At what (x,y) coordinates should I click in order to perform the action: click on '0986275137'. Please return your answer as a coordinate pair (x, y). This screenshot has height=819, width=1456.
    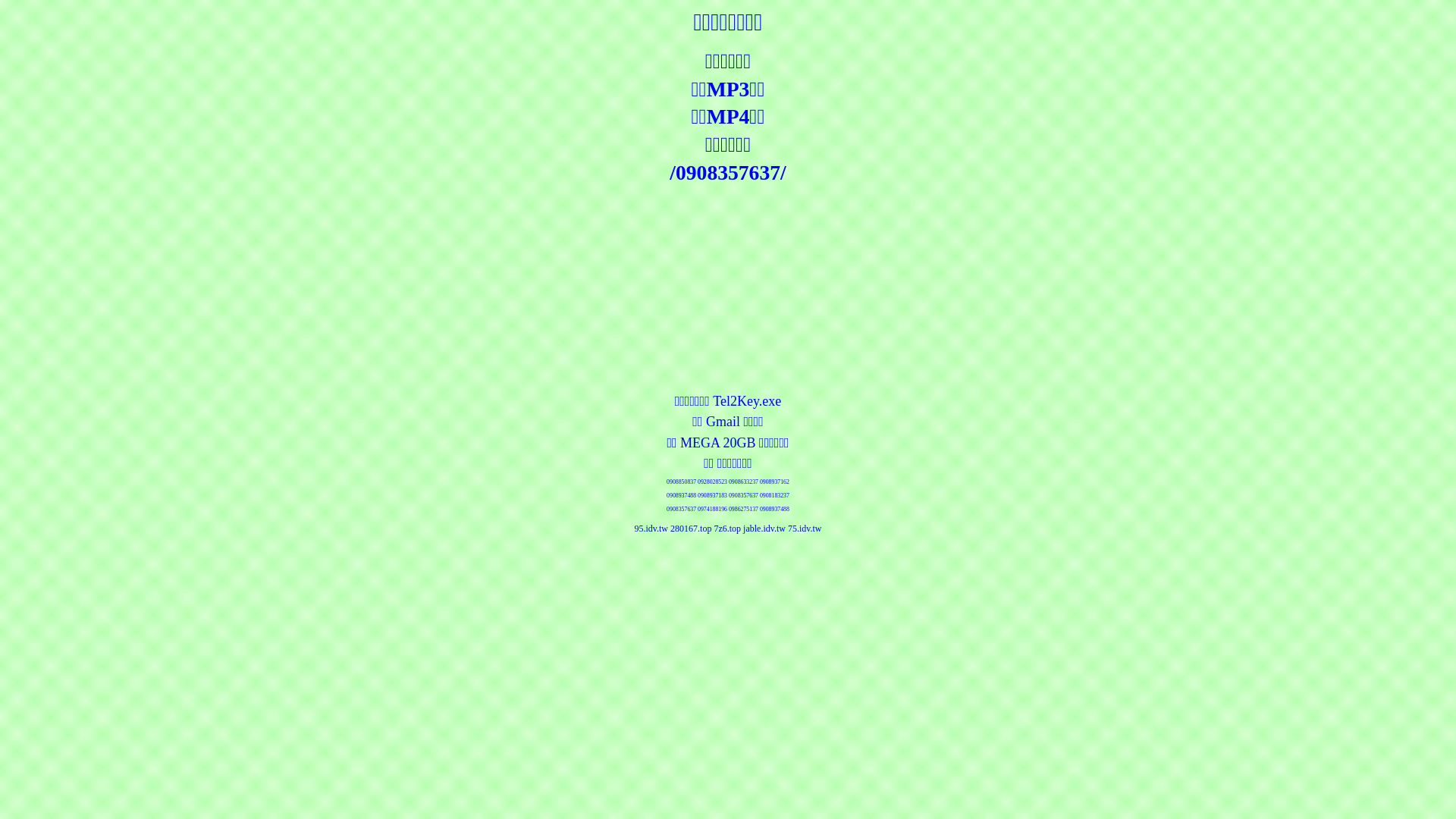
    Looking at the image, I should click on (743, 509).